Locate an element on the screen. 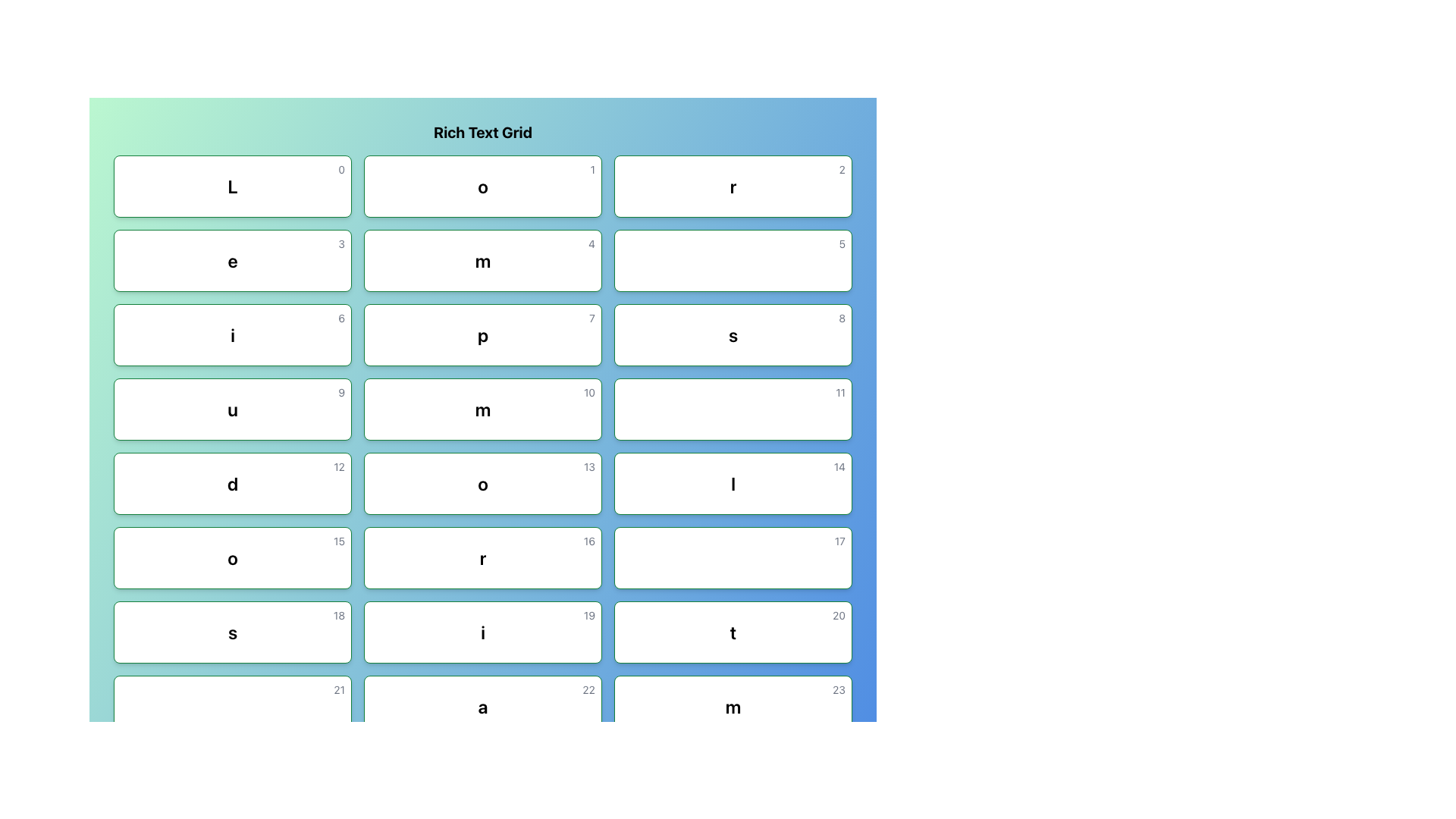 The image size is (1456, 819). the text display element that shows the character 'o' in the fourth row and first column of a 6x4 grid layout is located at coordinates (232, 558).